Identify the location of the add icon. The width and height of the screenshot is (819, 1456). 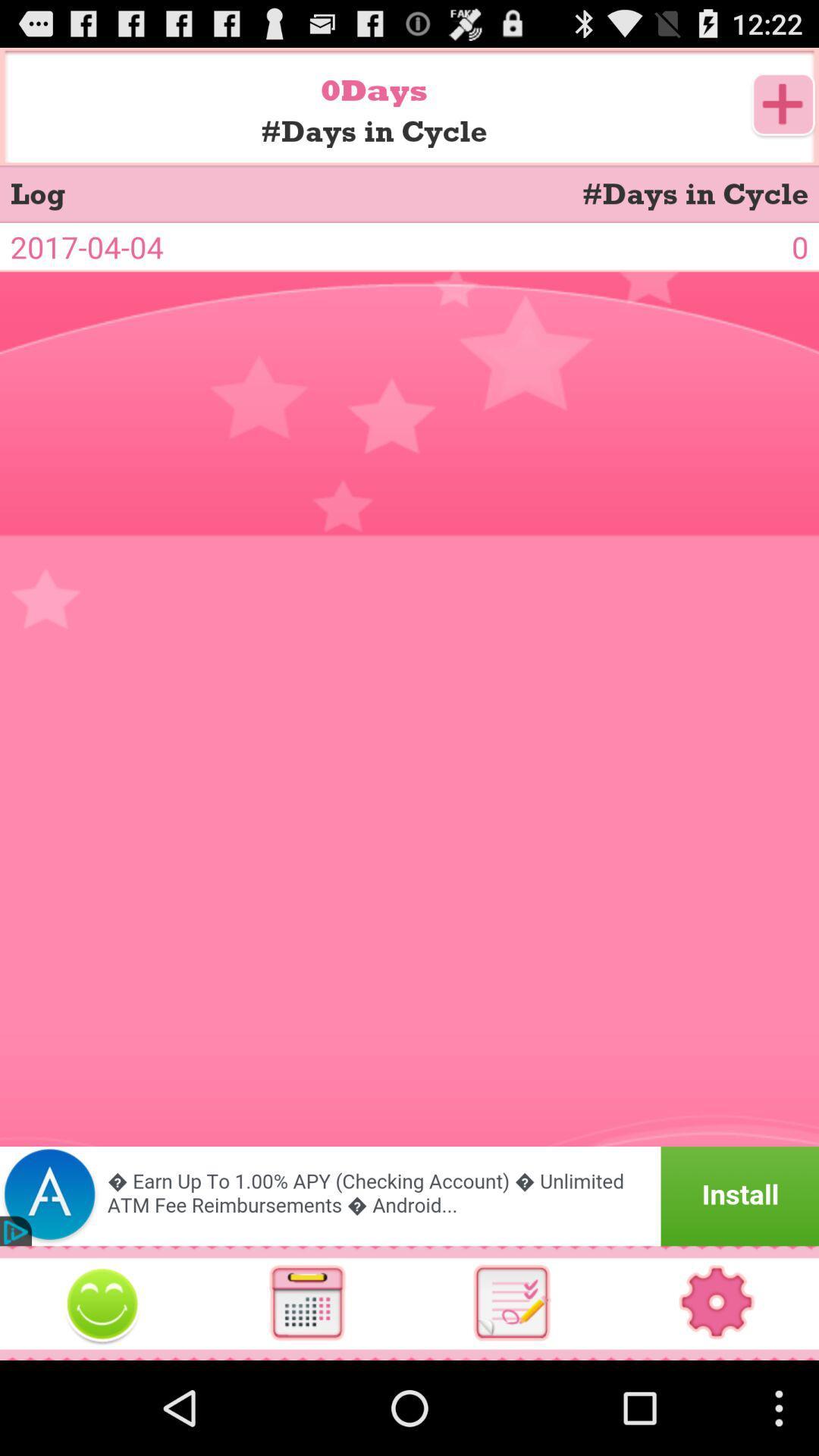
(783, 113).